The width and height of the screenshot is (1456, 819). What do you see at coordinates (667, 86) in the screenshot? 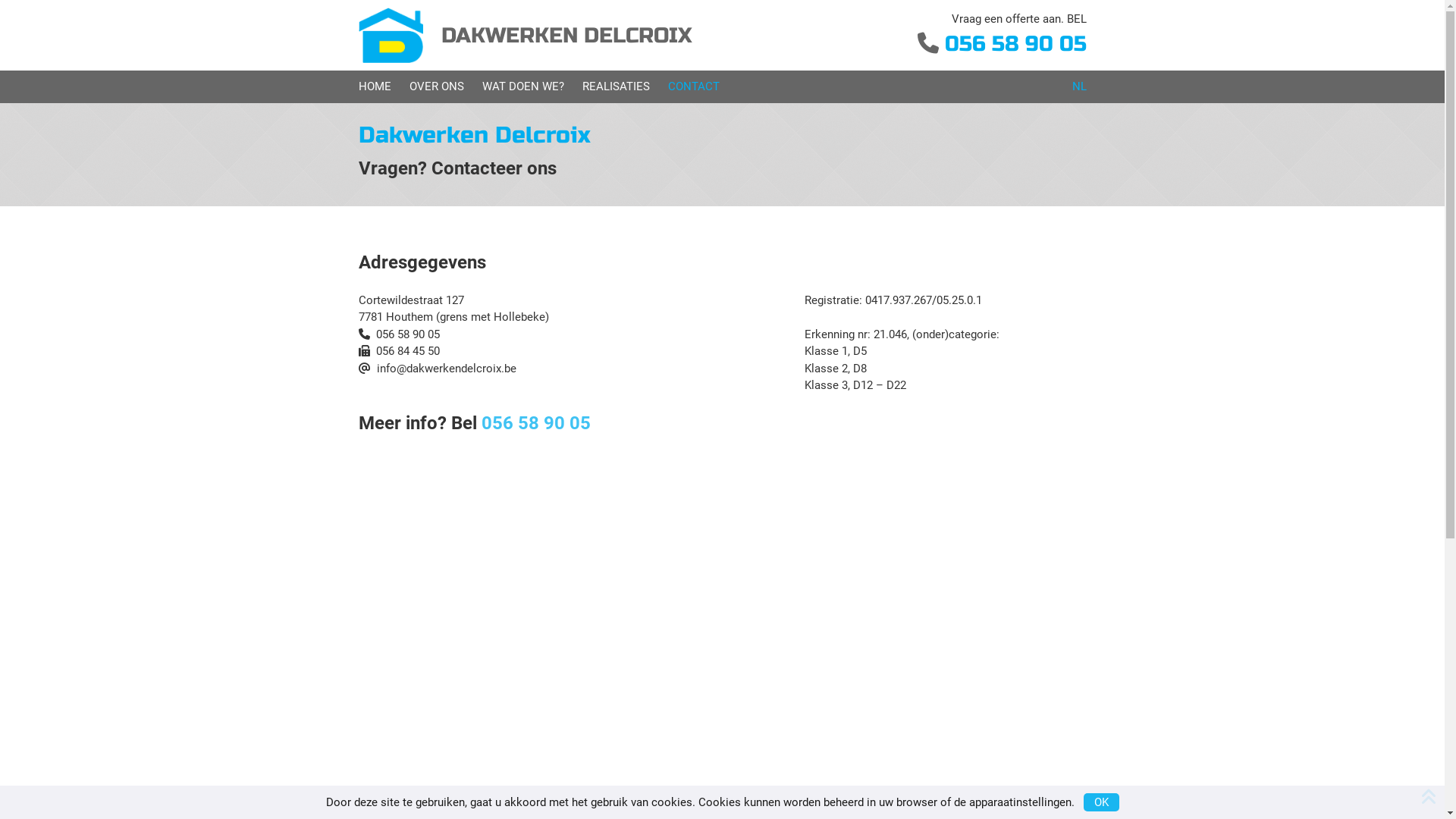
I see `'CONTACT'` at bounding box center [667, 86].